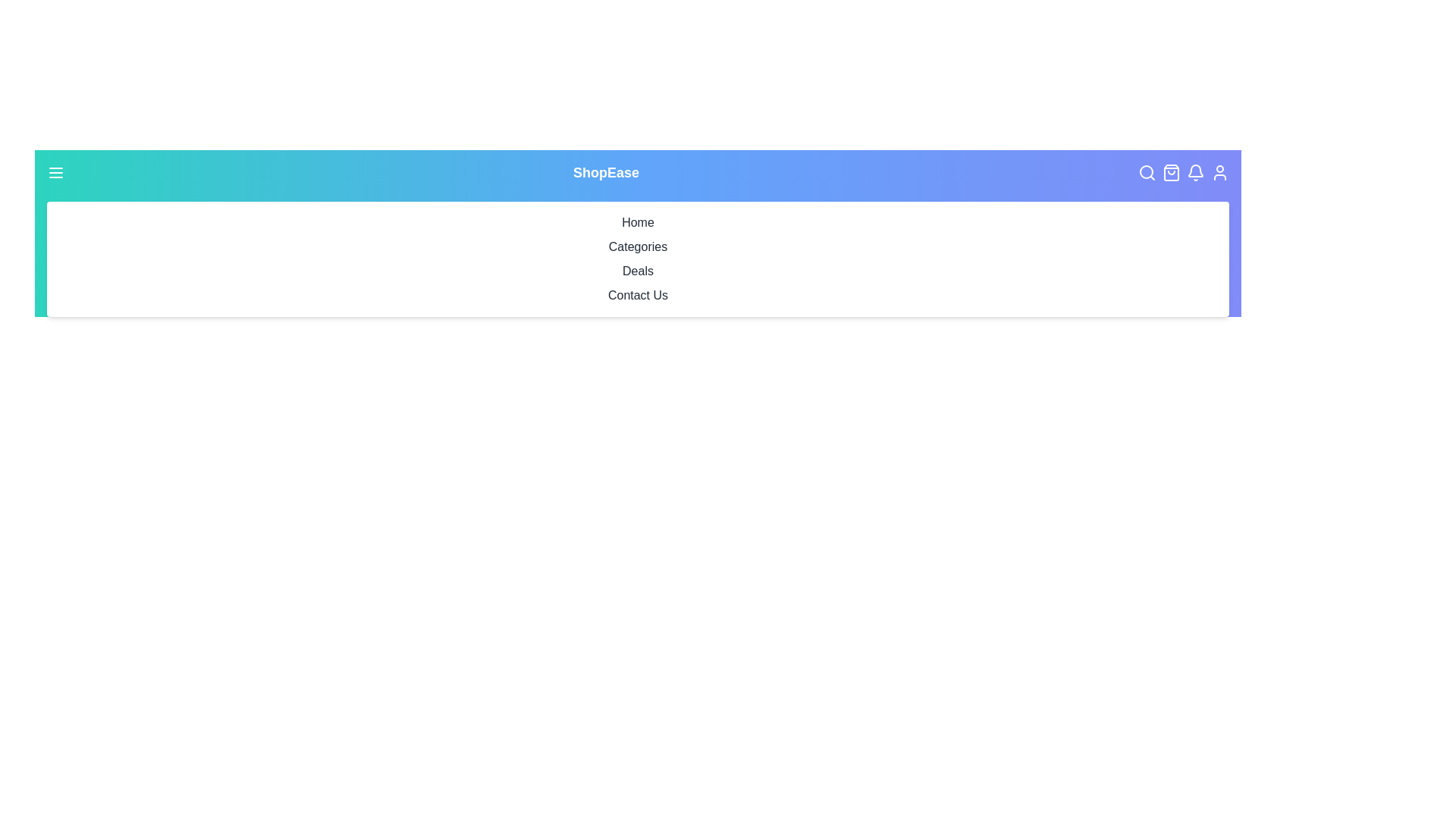 The width and height of the screenshot is (1456, 819). Describe the element at coordinates (1195, 171) in the screenshot. I see `the 'Bell' icon in the navigation bar` at that location.